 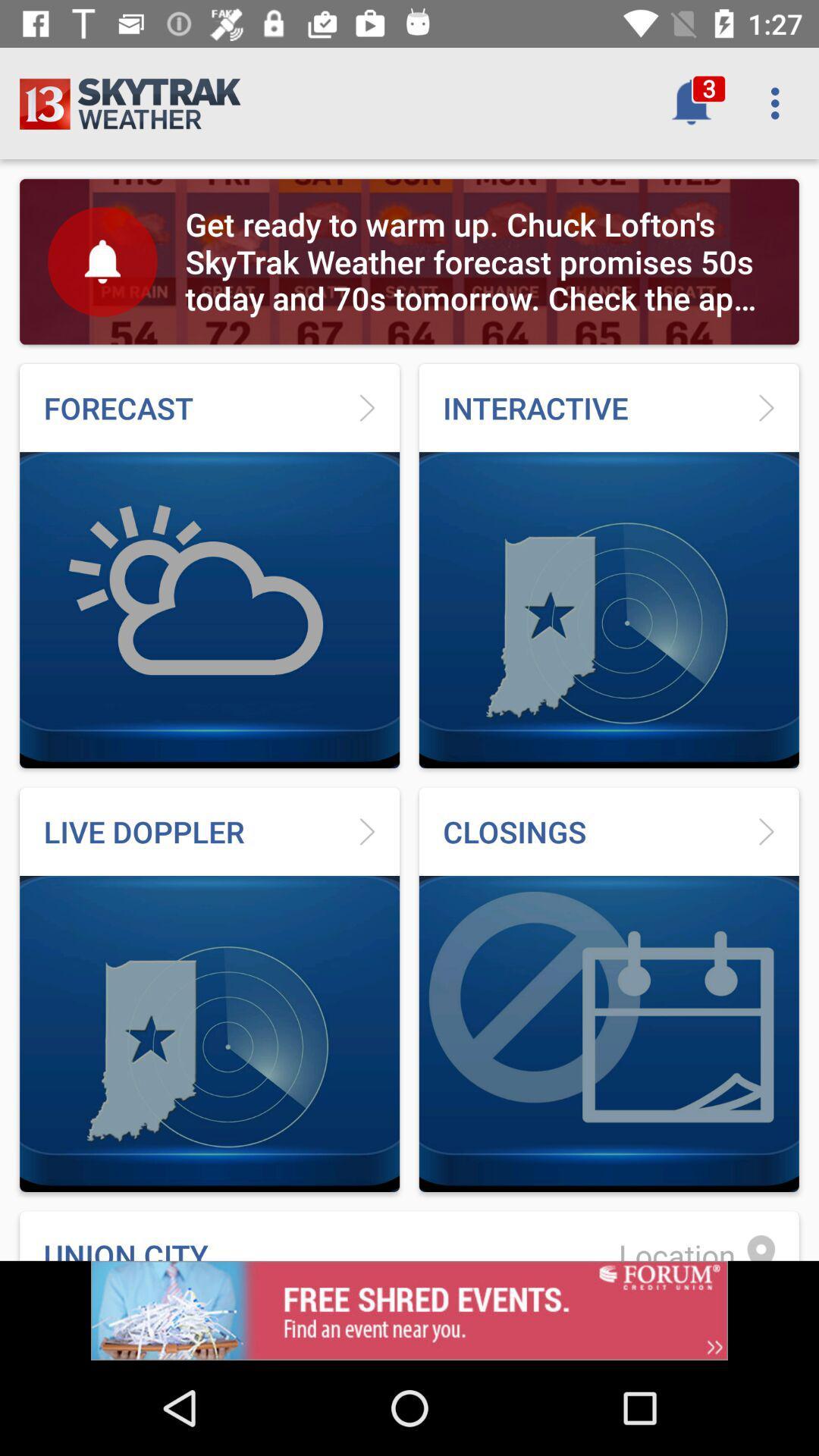 What do you see at coordinates (102, 262) in the screenshot?
I see `alarm on the second row` at bounding box center [102, 262].